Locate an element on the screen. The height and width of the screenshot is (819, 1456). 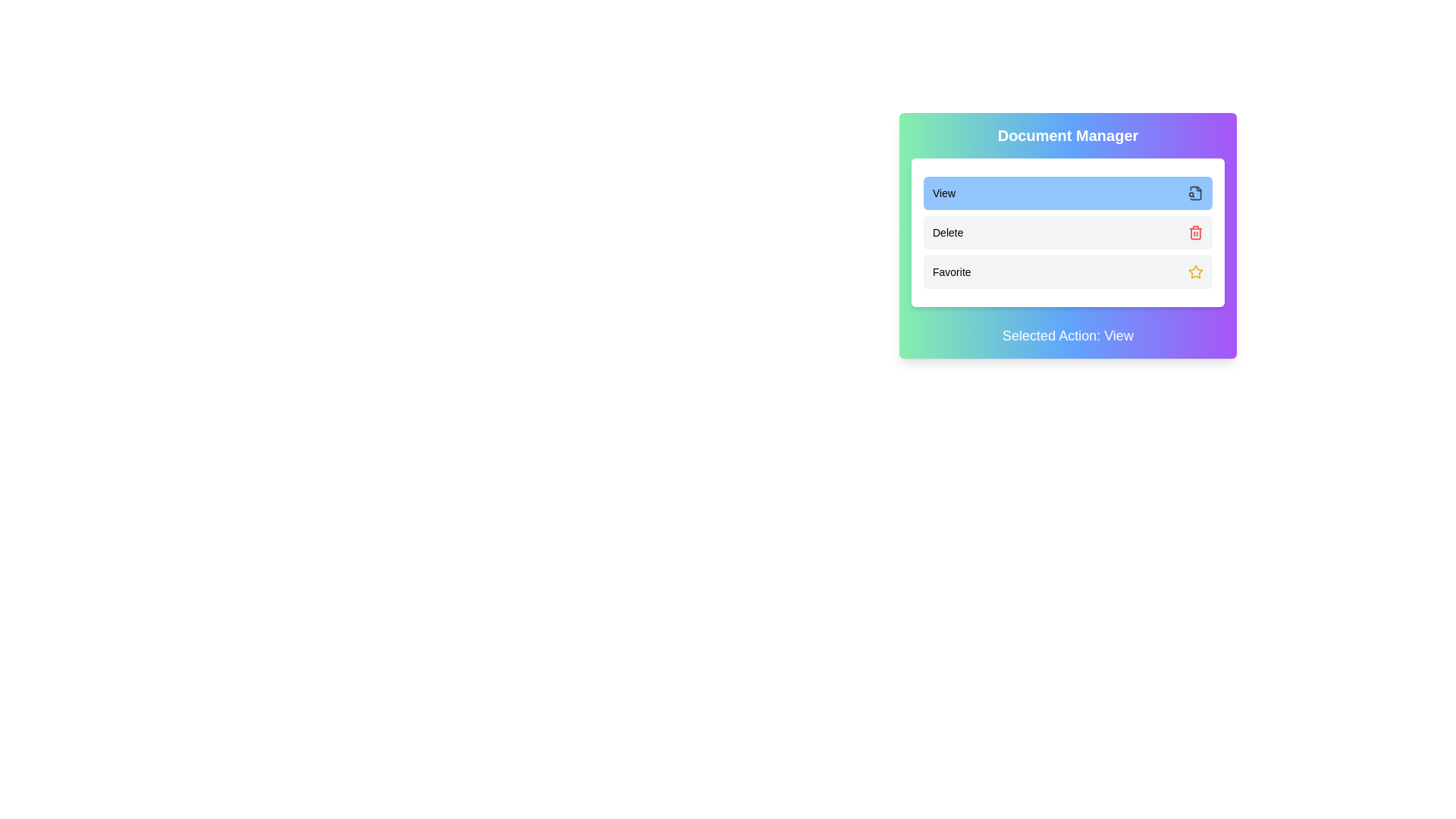
the action Delete by clicking the corresponding button is located at coordinates (1067, 233).